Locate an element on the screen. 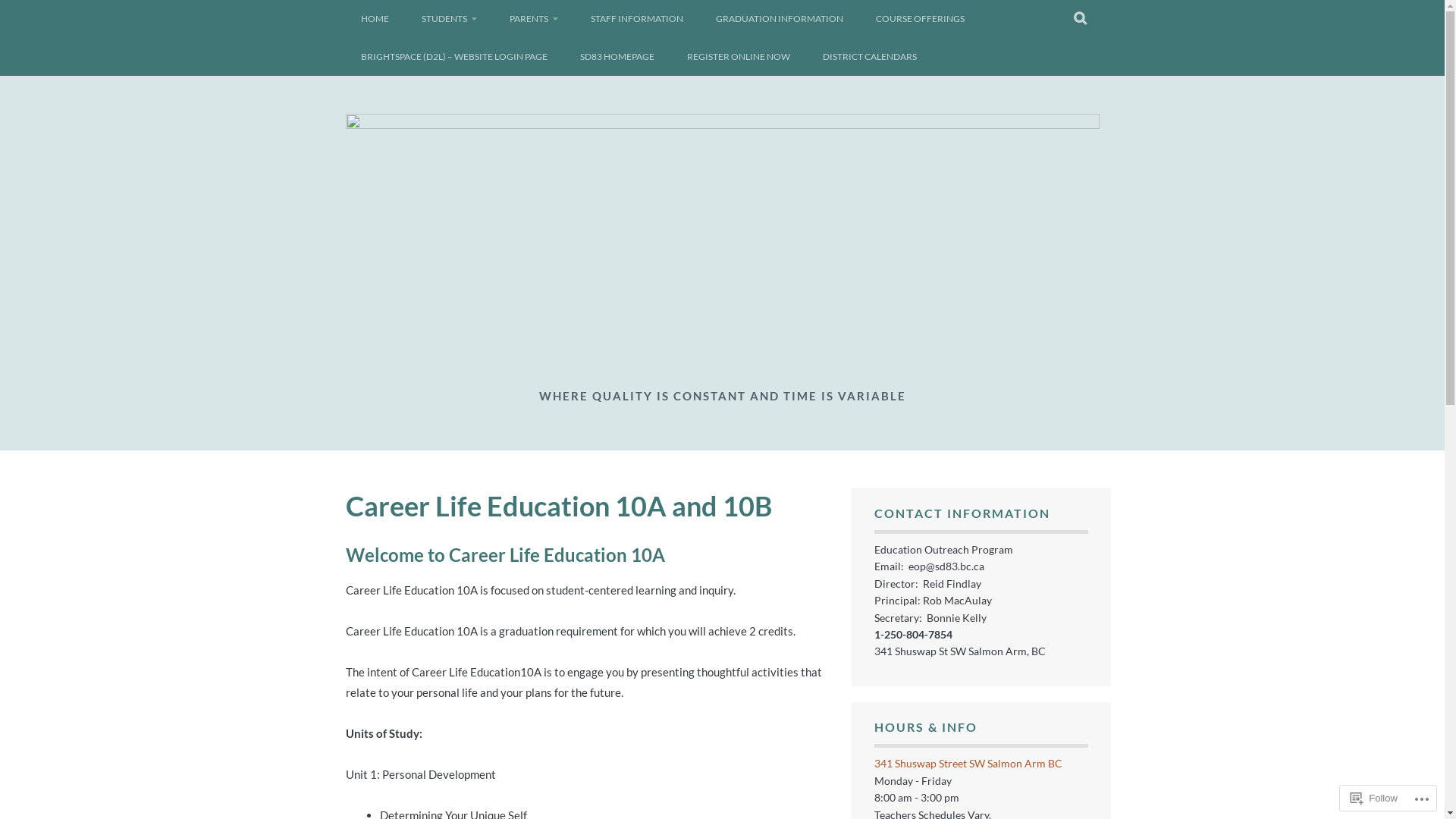  'Follow' is located at coordinates (1344, 797).